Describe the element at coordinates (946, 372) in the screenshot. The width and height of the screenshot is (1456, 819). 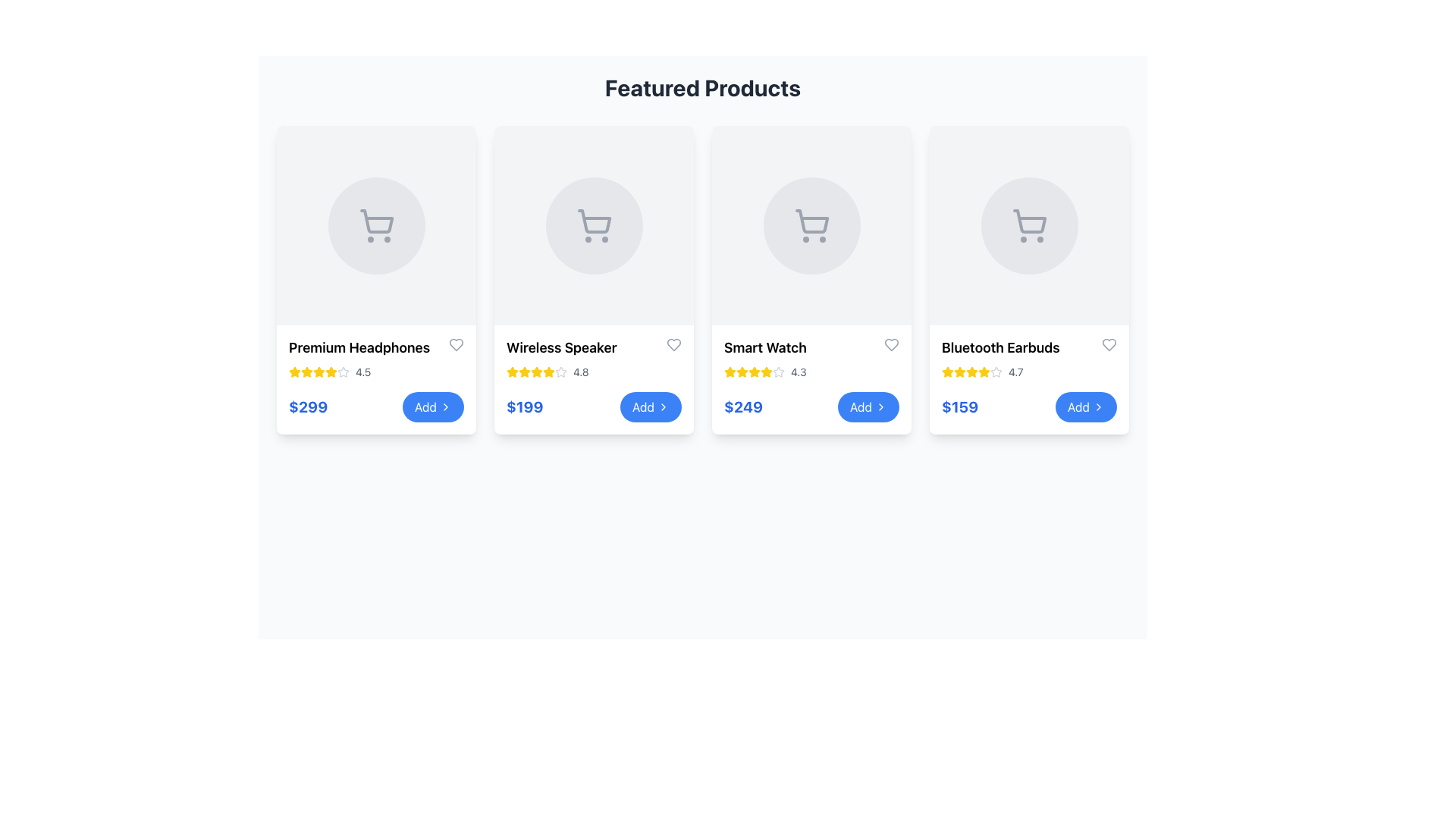
I see `the appearance of the first filled star icon in the star rating system for the 'Bluetooth Earbuds' product card, located under the product name and above the price label` at that location.